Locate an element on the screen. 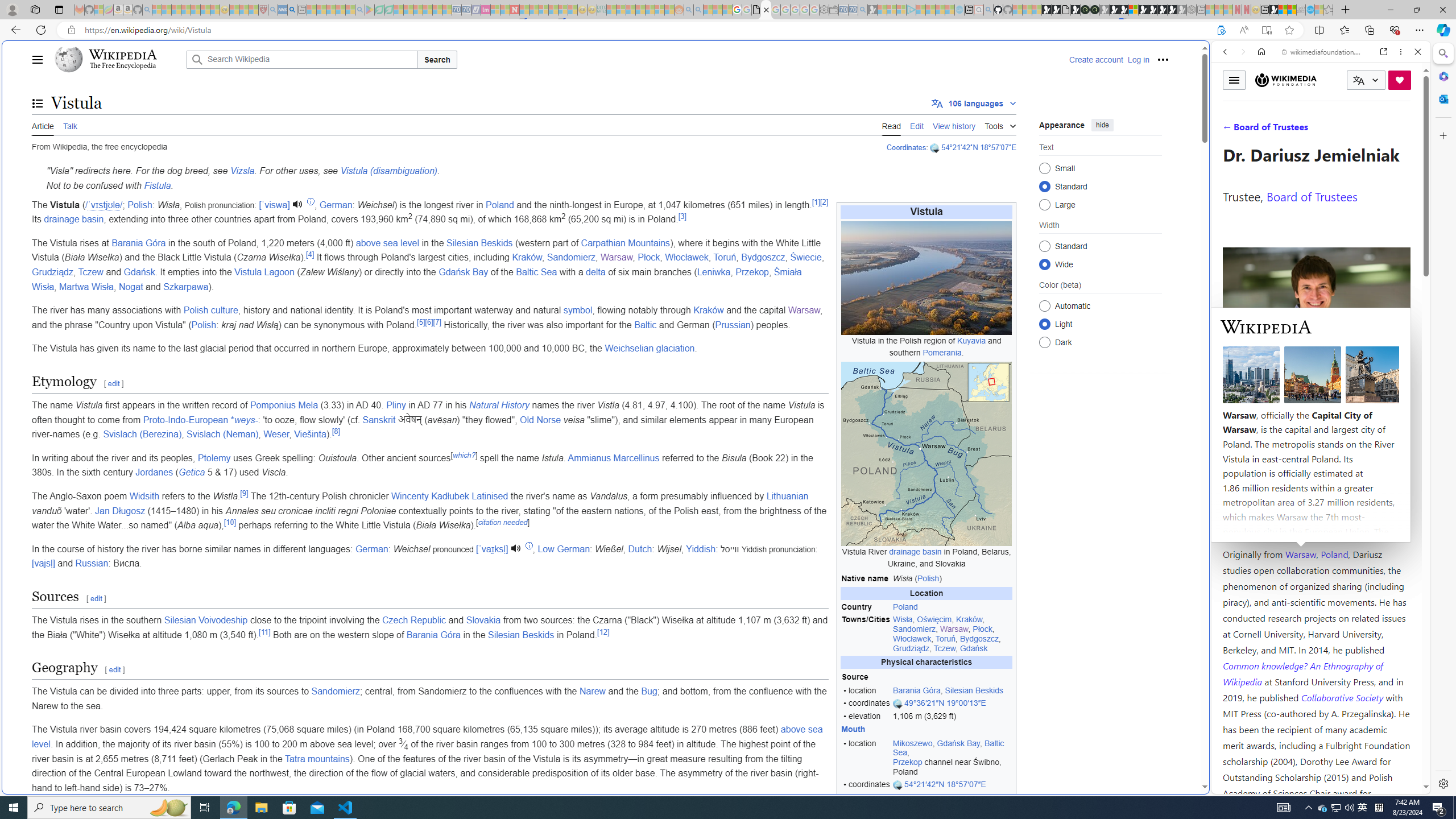 Image resolution: width=1456 pixels, height=819 pixels. 'Prussian' is located at coordinates (733, 324).